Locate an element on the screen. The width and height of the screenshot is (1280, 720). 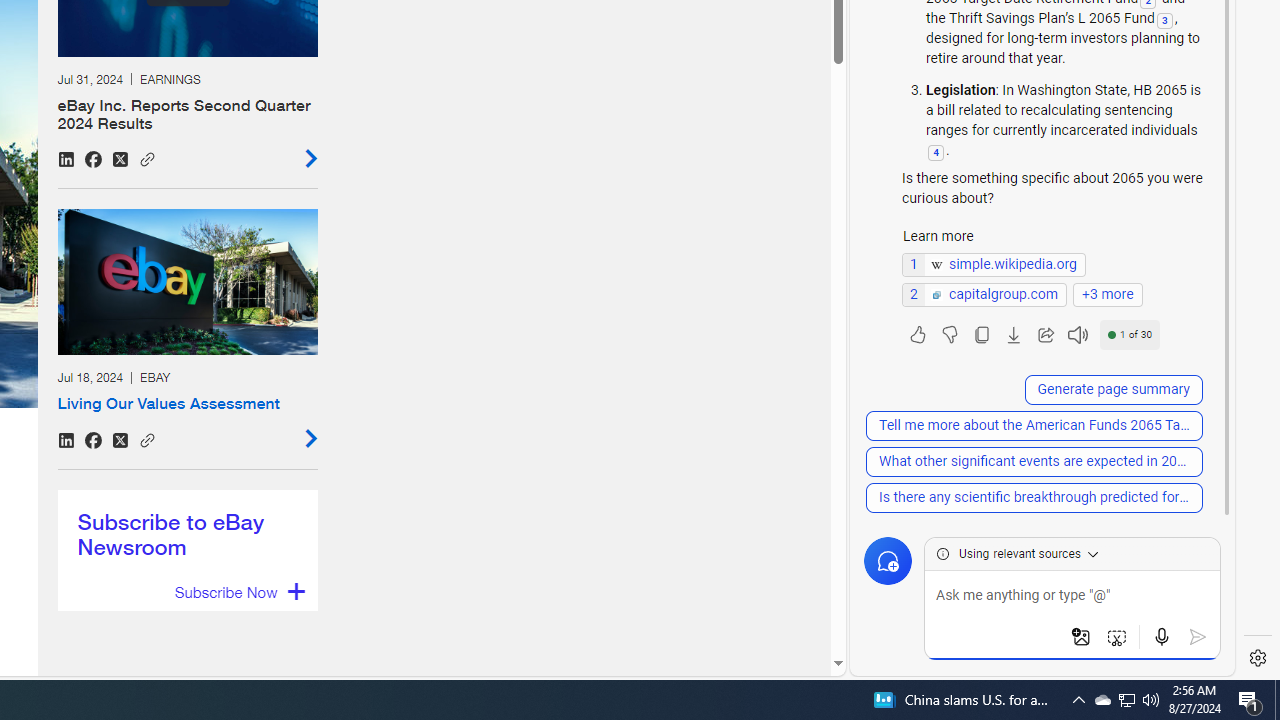
'Copy link to clipboard' is located at coordinates (146, 437).